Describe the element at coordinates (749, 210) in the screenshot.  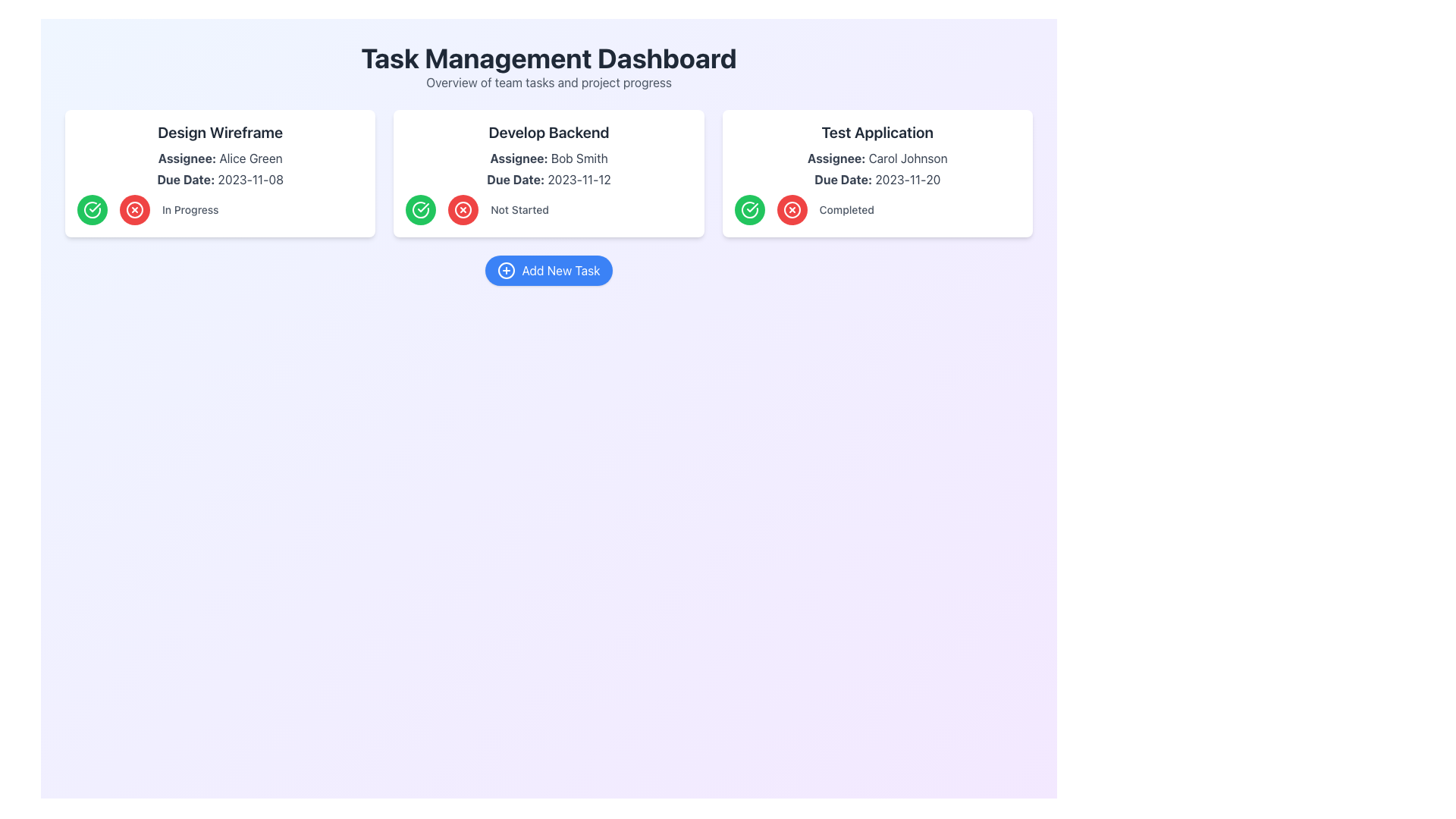
I see `the leftmost circular button in the 'Test Application' card's status section to mark the task as completed` at that location.